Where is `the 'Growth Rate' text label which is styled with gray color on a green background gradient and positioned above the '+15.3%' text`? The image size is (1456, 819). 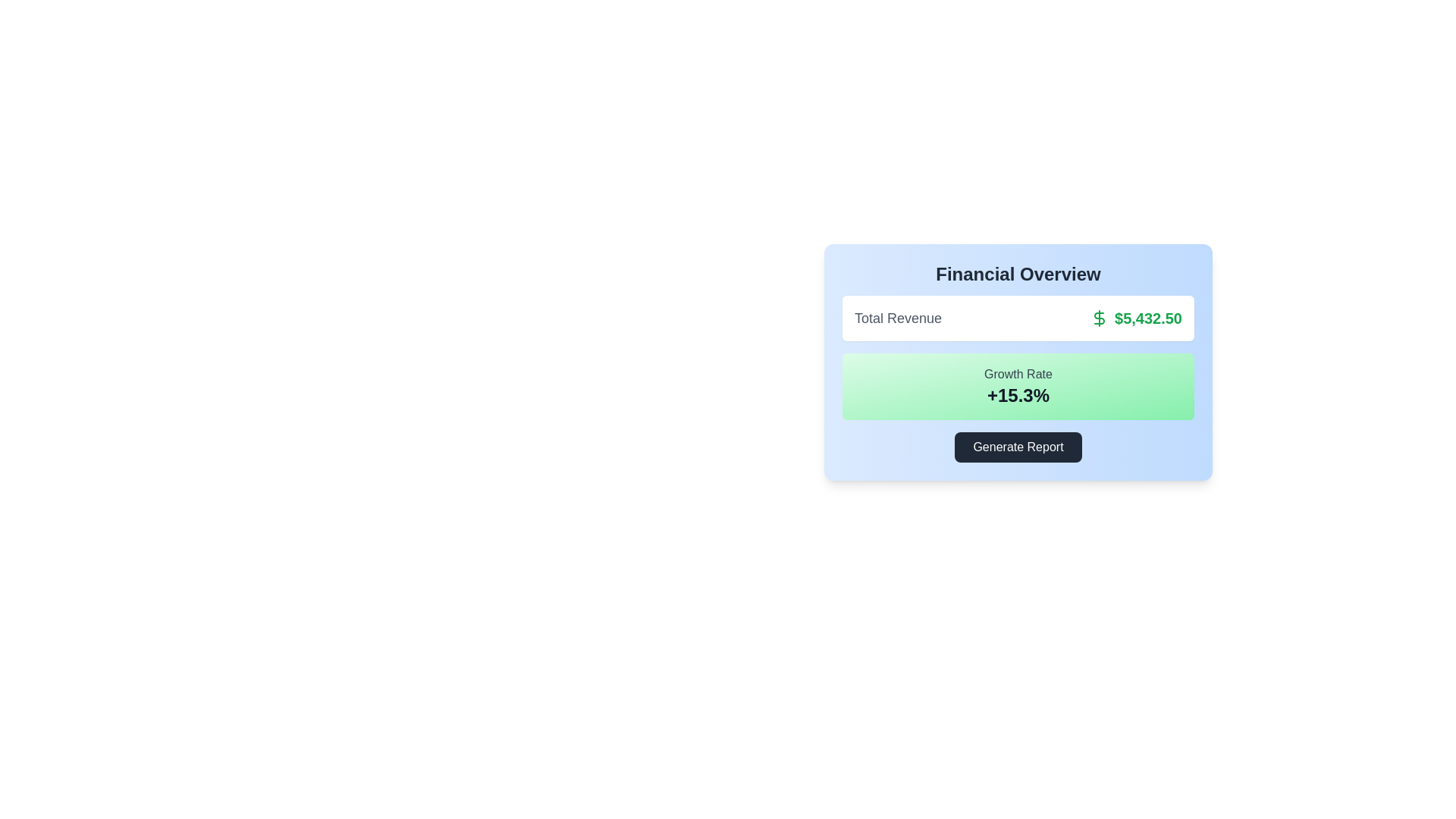
the 'Growth Rate' text label which is styled with gray color on a green background gradient and positioned above the '+15.3%' text is located at coordinates (1018, 374).